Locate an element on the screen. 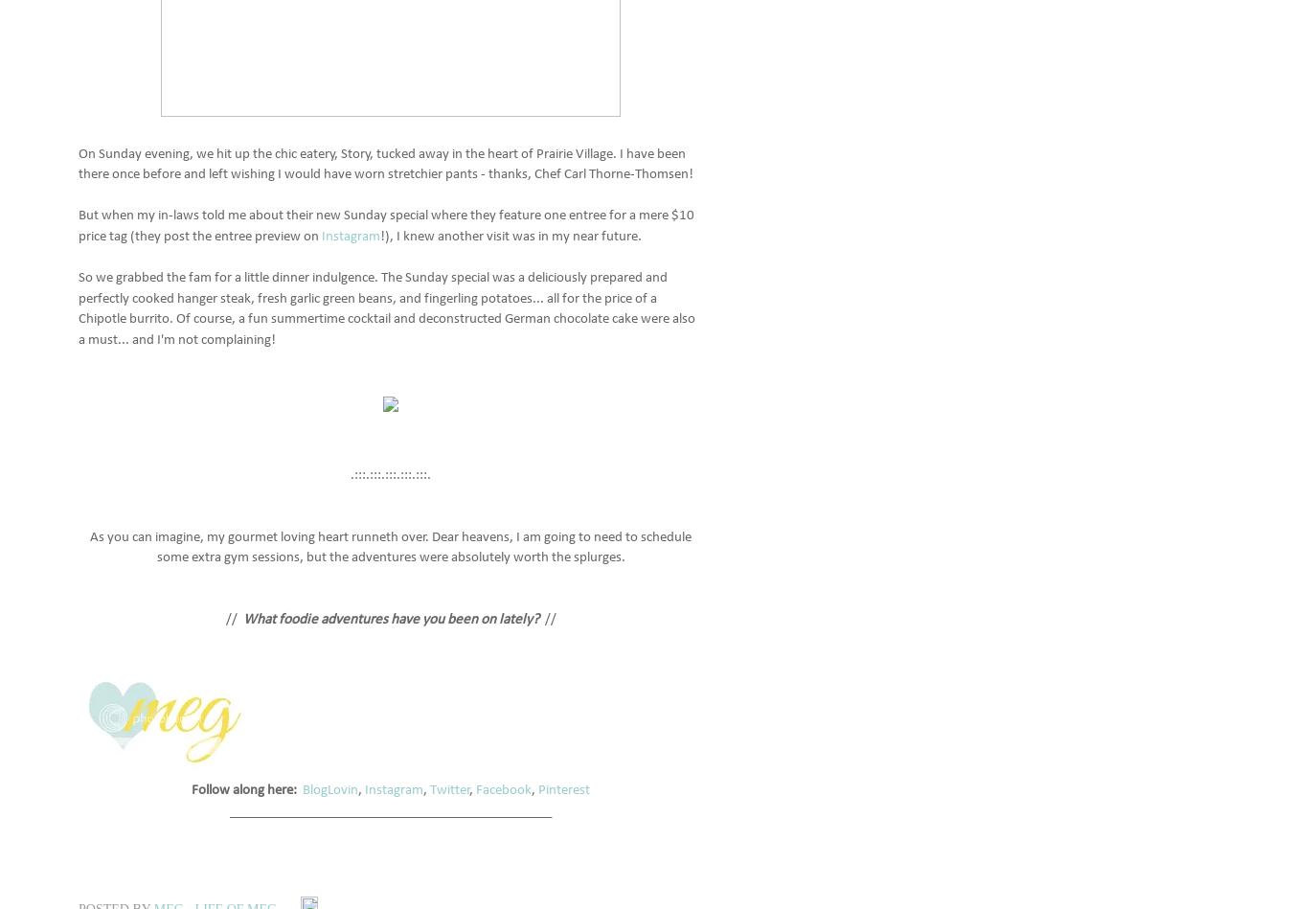 Image resolution: width=1316 pixels, height=909 pixels. 'Twitter' is located at coordinates (450, 788).